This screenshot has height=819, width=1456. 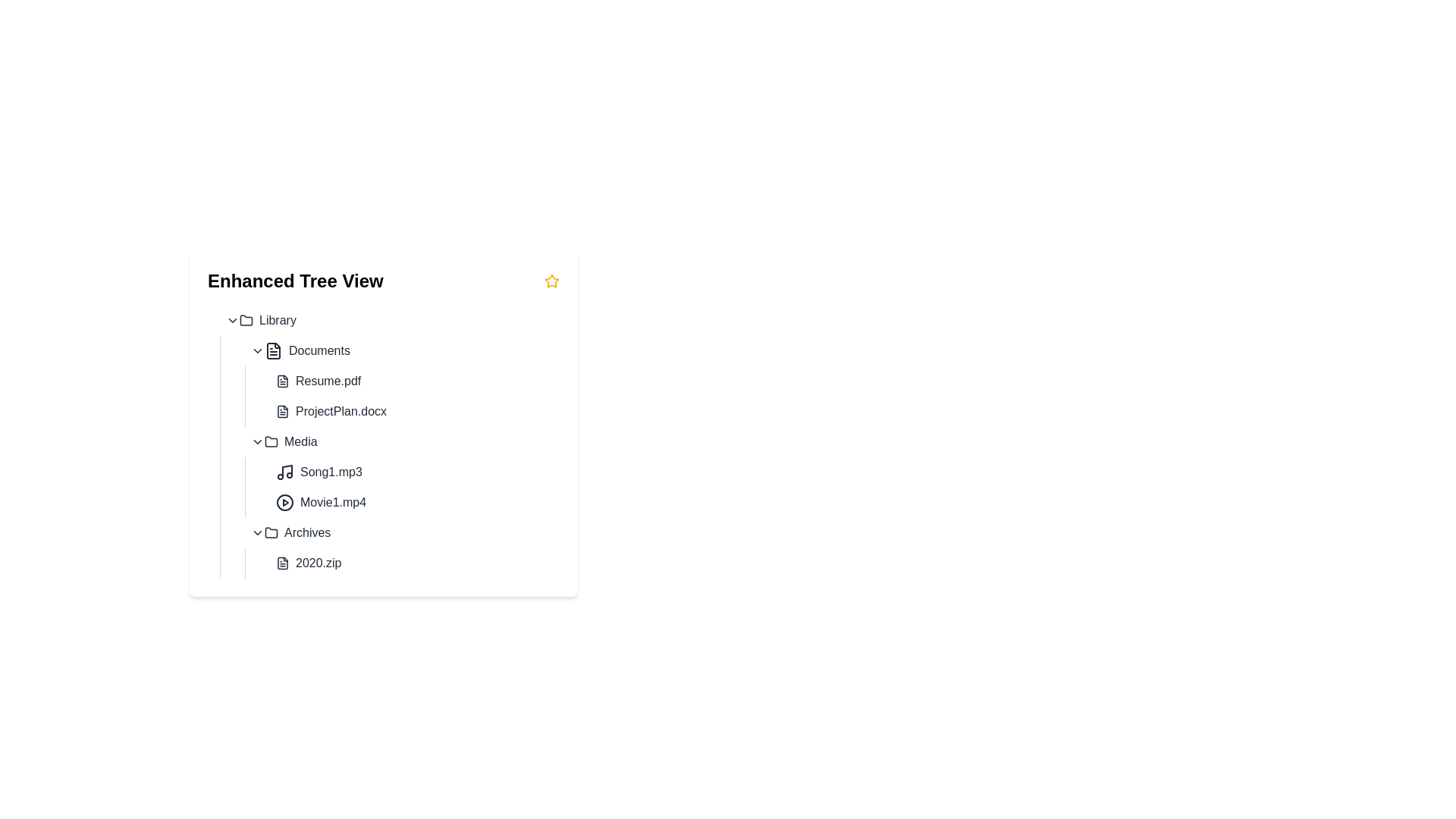 What do you see at coordinates (287, 470) in the screenshot?
I see `the decorative musical note icon in the 'Media' folder listing adjacent to 'Song1.mp3'` at bounding box center [287, 470].